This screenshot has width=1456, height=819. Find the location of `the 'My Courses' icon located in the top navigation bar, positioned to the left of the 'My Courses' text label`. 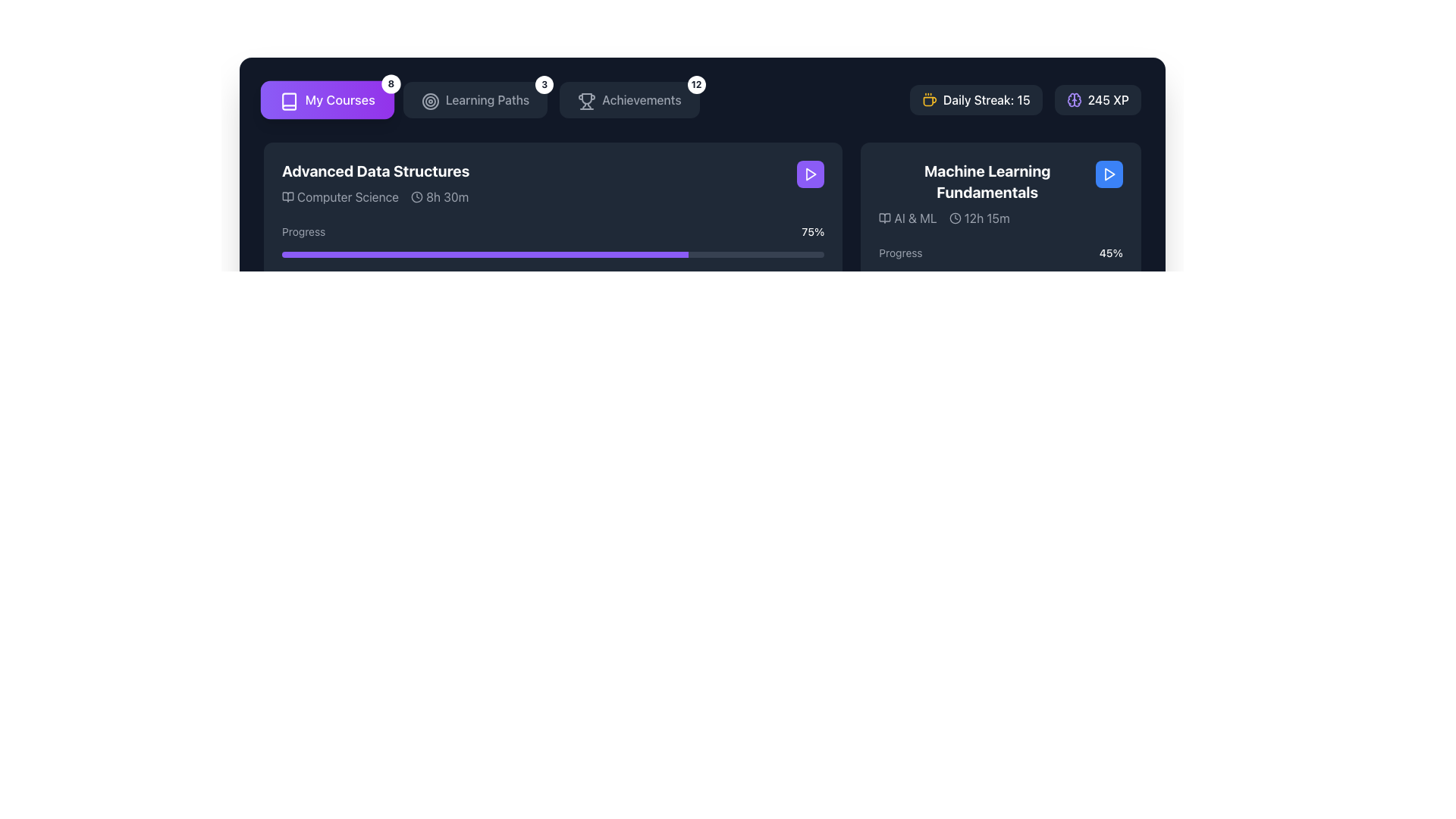

the 'My Courses' icon located in the top navigation bar, positioned to the left of the 'My Courses' text label is located at coordinates (289, 102).